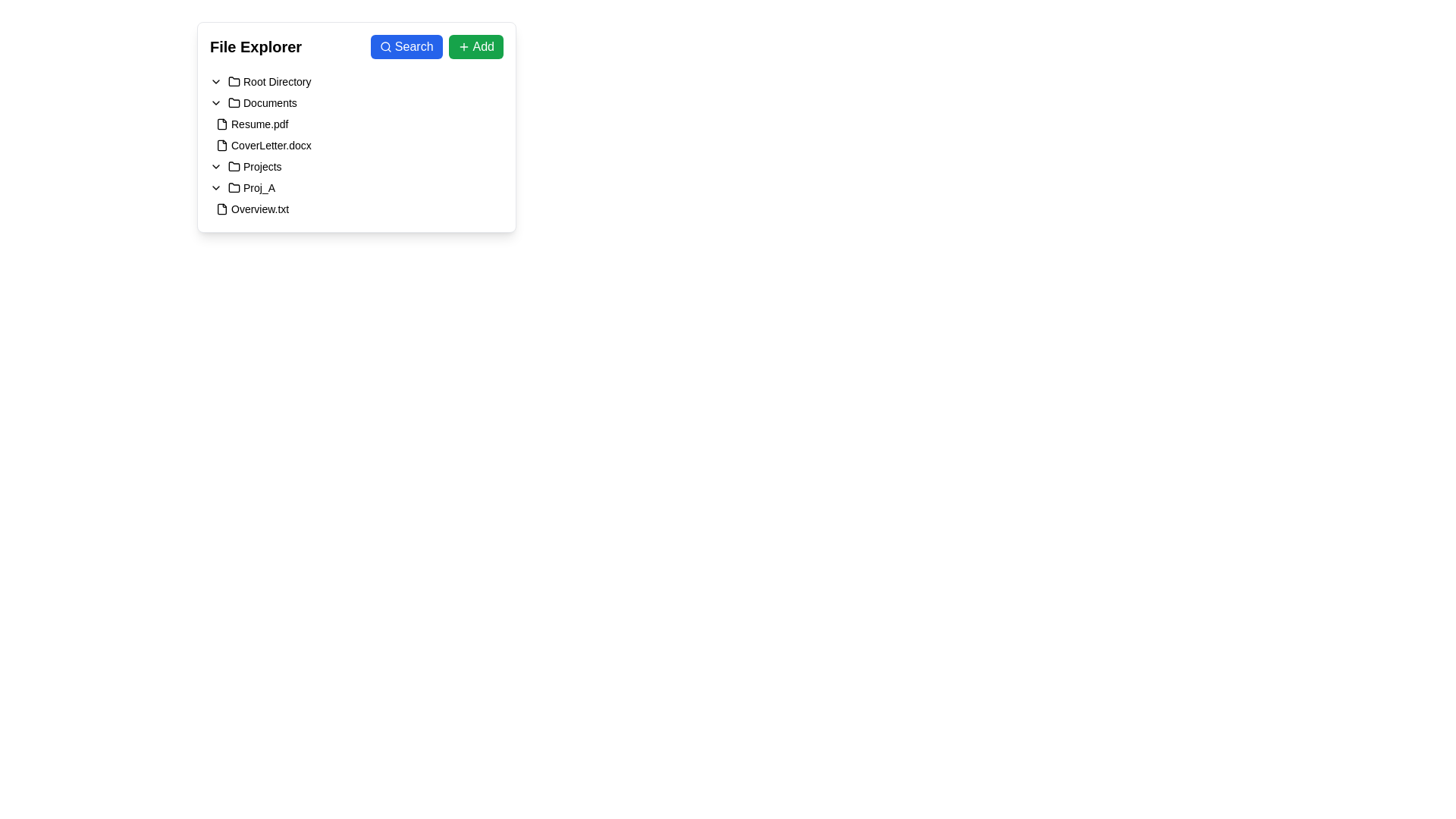 This screenshot has height=819, width=1456. What do you see at coordinates (385, 45) in the screenshot?
I see `decorative circle component of the magnifying glass icon located adjacent to the blue 'Search' button in the header section of the File Explorer interface` at bounding box center [385, 45].